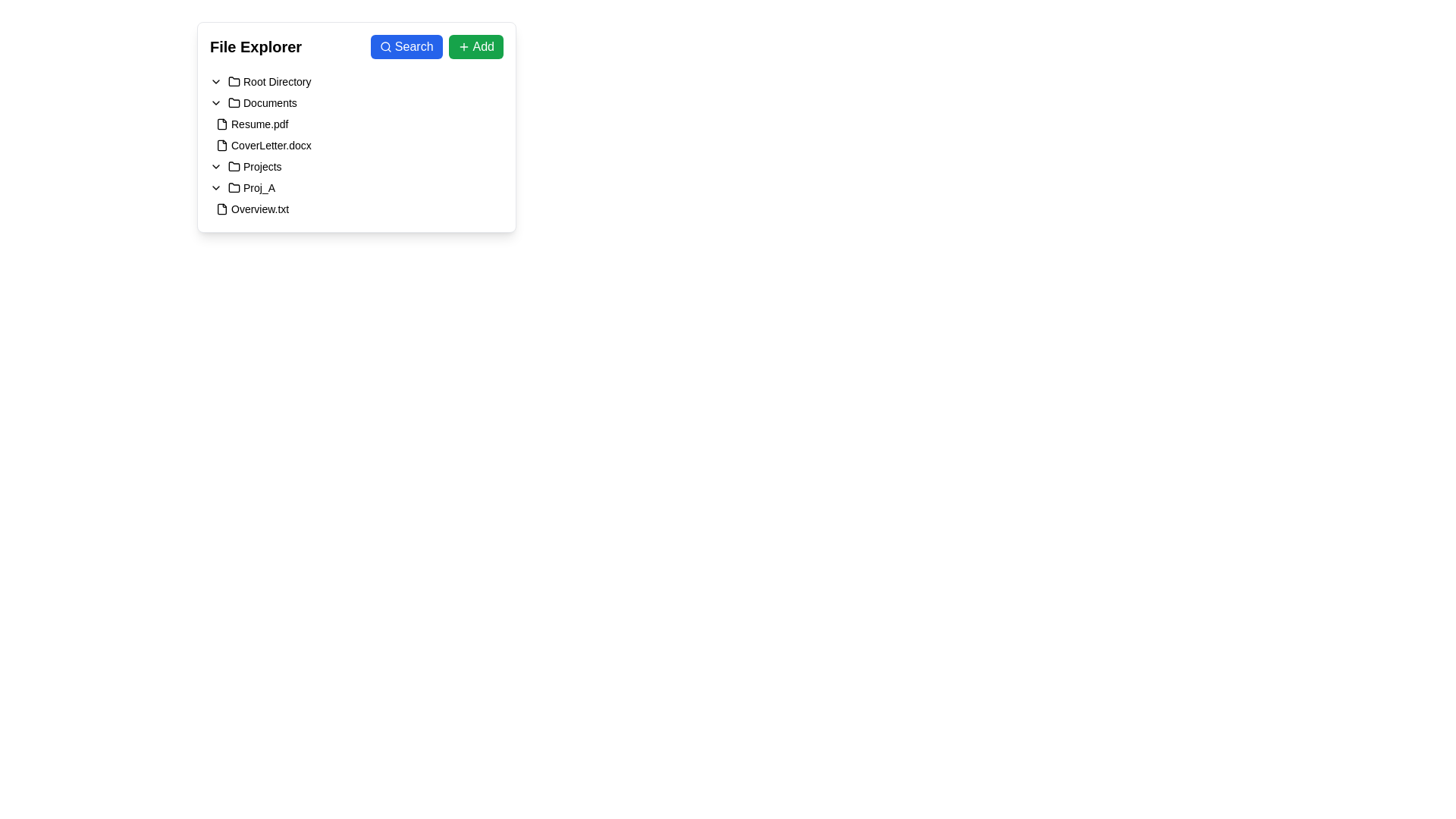 This screenshot has height=819, width=1456. What do you see at coordinates (385, 45) in the screenshot?
I see `decorative circle component of the magnifying glass icon located adjacent to the blue 'Search' button in the header section of the File Explorer interface` at bounding box center [385, 45].